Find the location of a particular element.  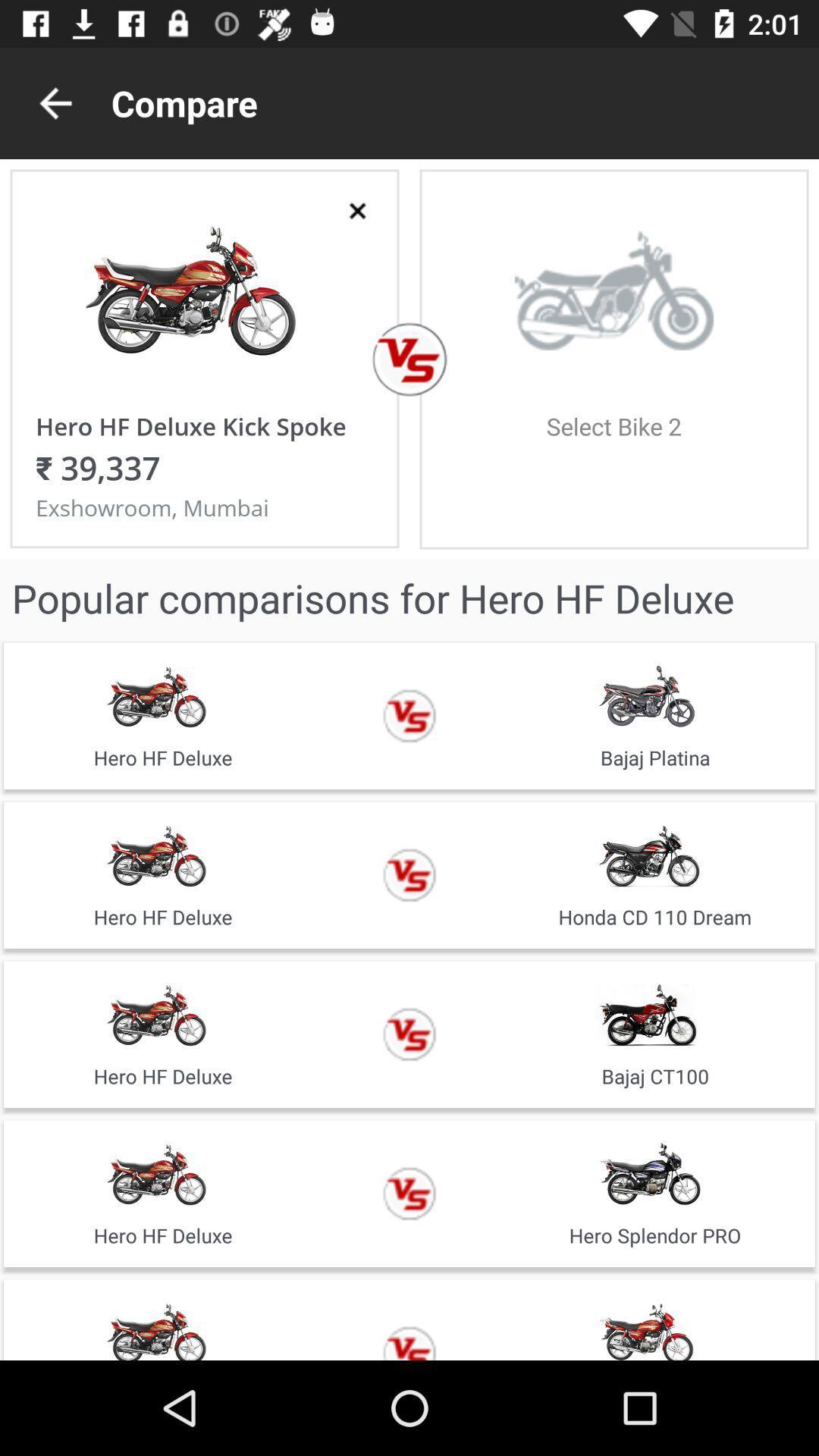

the close icon is located at coordinates (357, 210).